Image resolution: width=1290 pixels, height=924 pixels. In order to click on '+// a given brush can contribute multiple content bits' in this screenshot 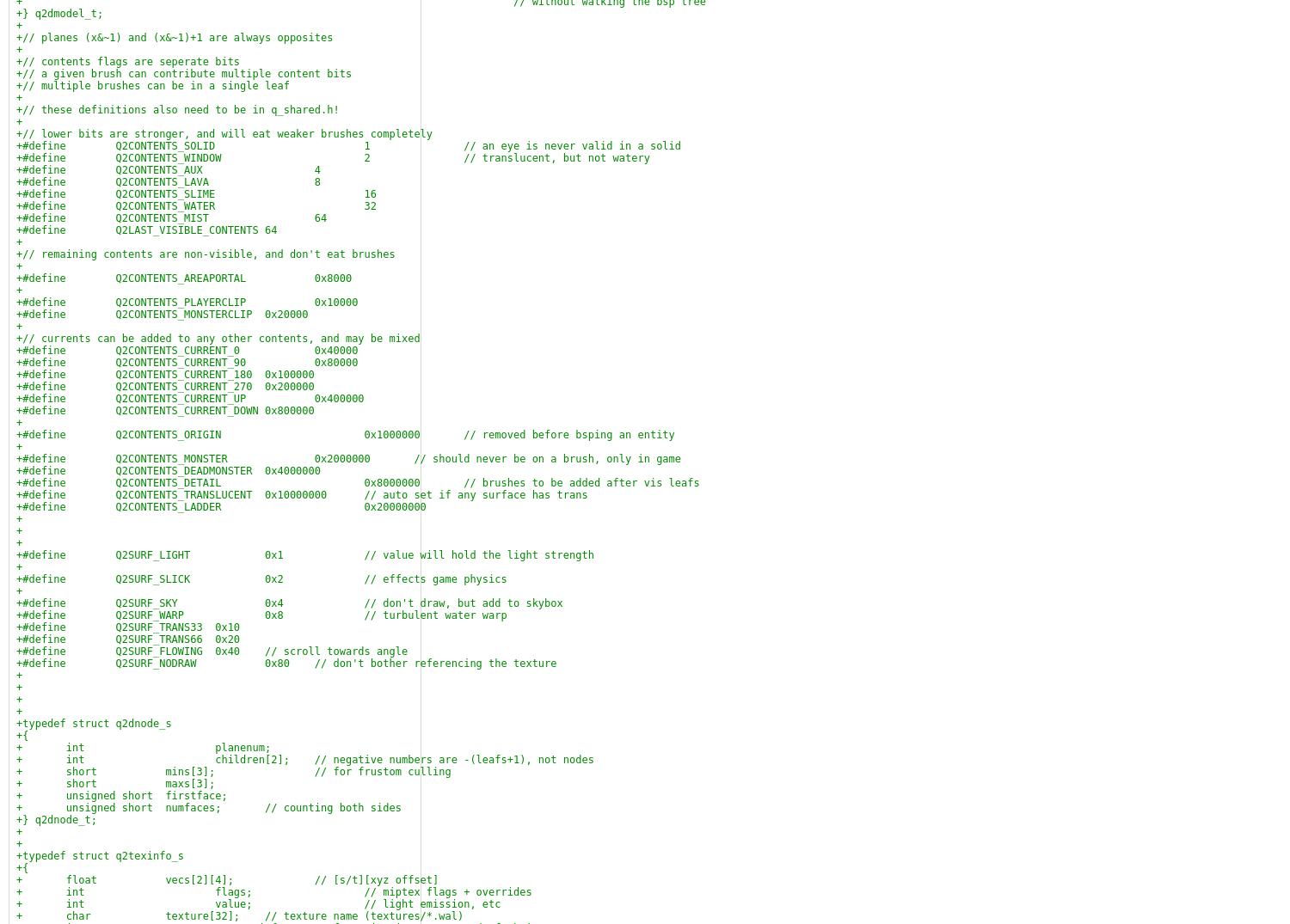, I will do `click(183, 74)`.